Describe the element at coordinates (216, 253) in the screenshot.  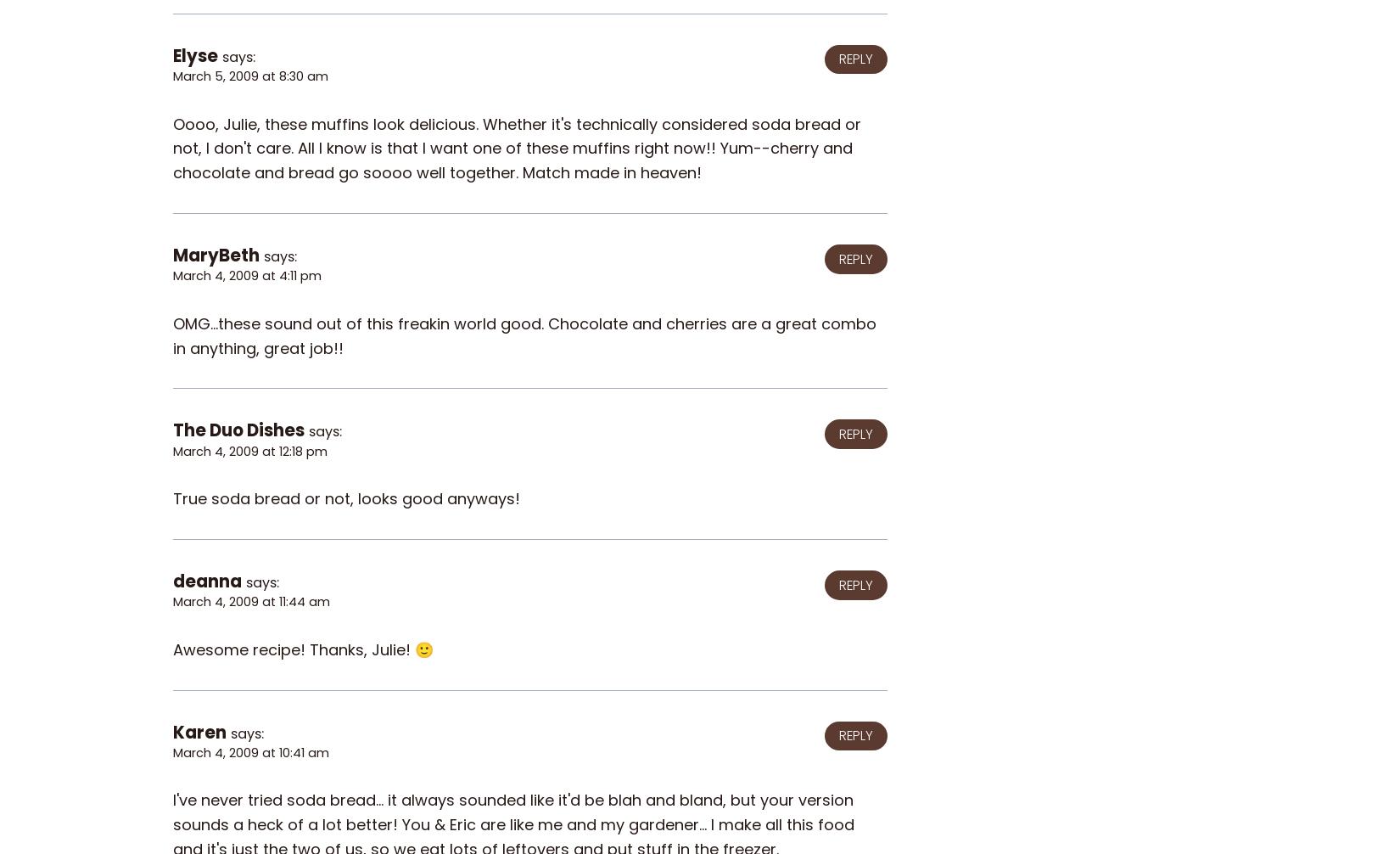
I see `'MaryBeth'` at that location.